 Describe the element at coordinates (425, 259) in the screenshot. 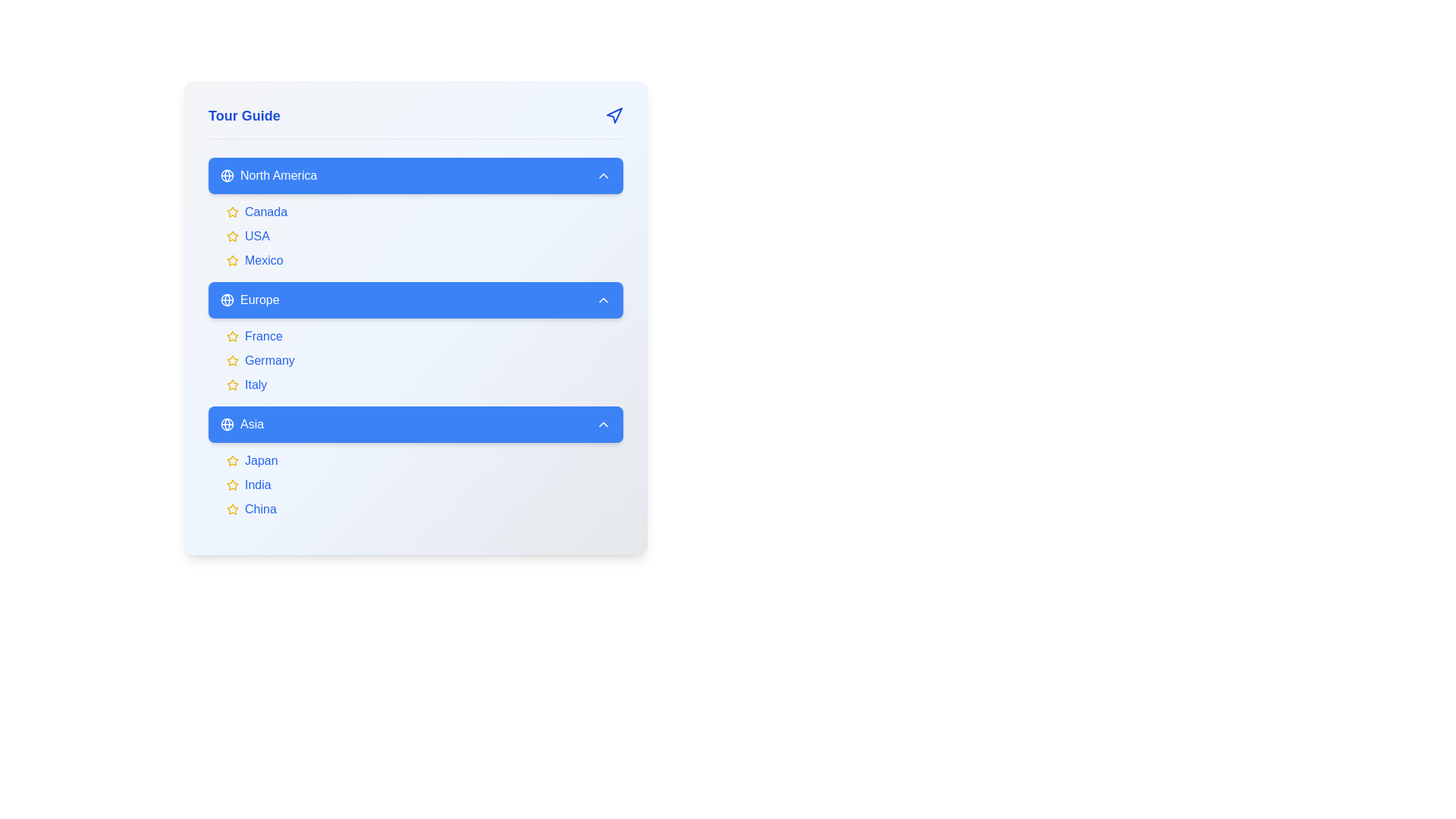

I see `the third link in the 'North America' section of the tour guide menu` at that location.